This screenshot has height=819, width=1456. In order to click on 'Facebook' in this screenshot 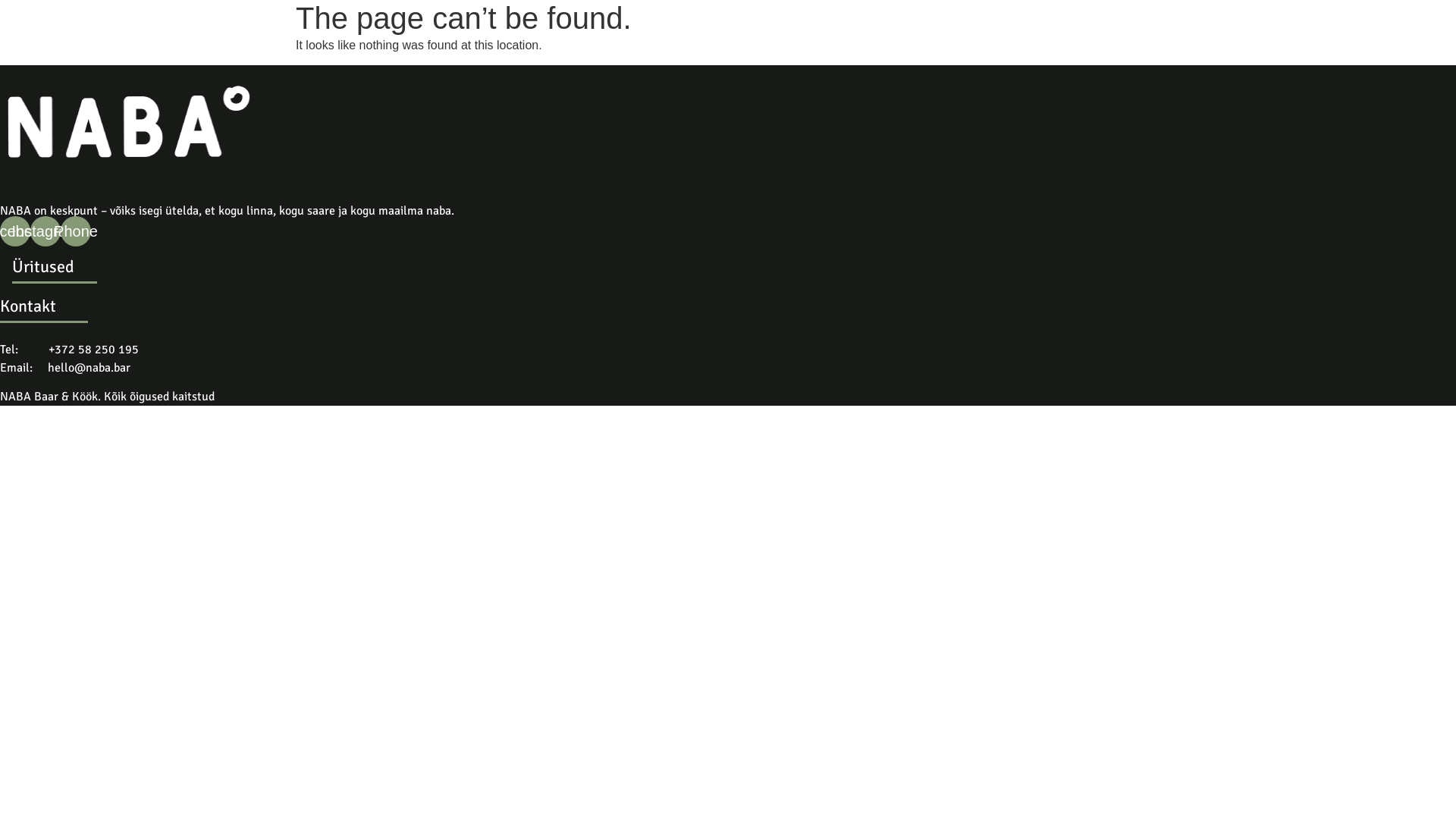, I will do `click(14, 231)`.